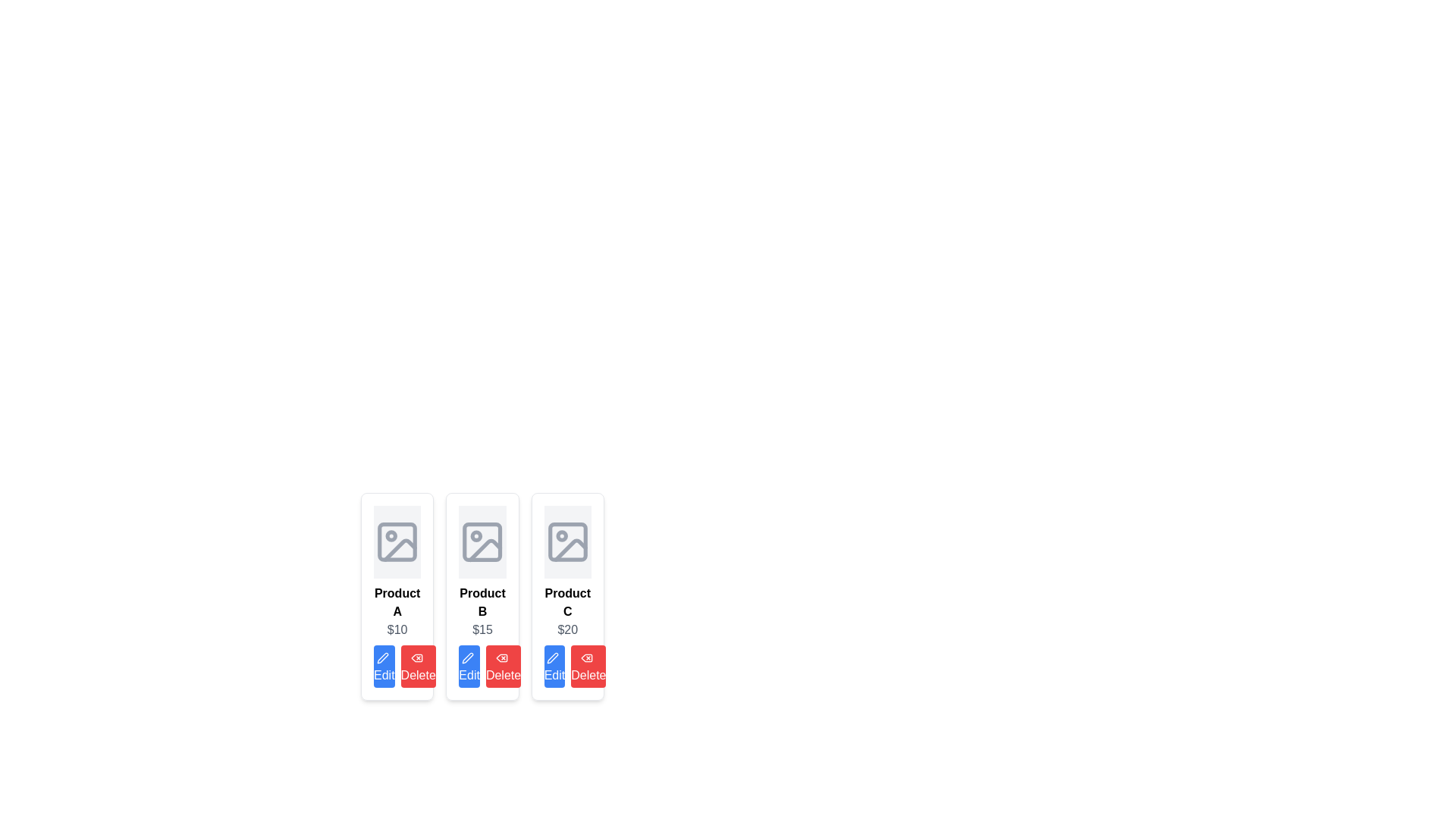 The width and height of the screenshot is (1456, 819). I want to click on the graphic decoration or icon component located at the top-left quadrant of the image frame icon labeled 'Product B', so click(482, 541).